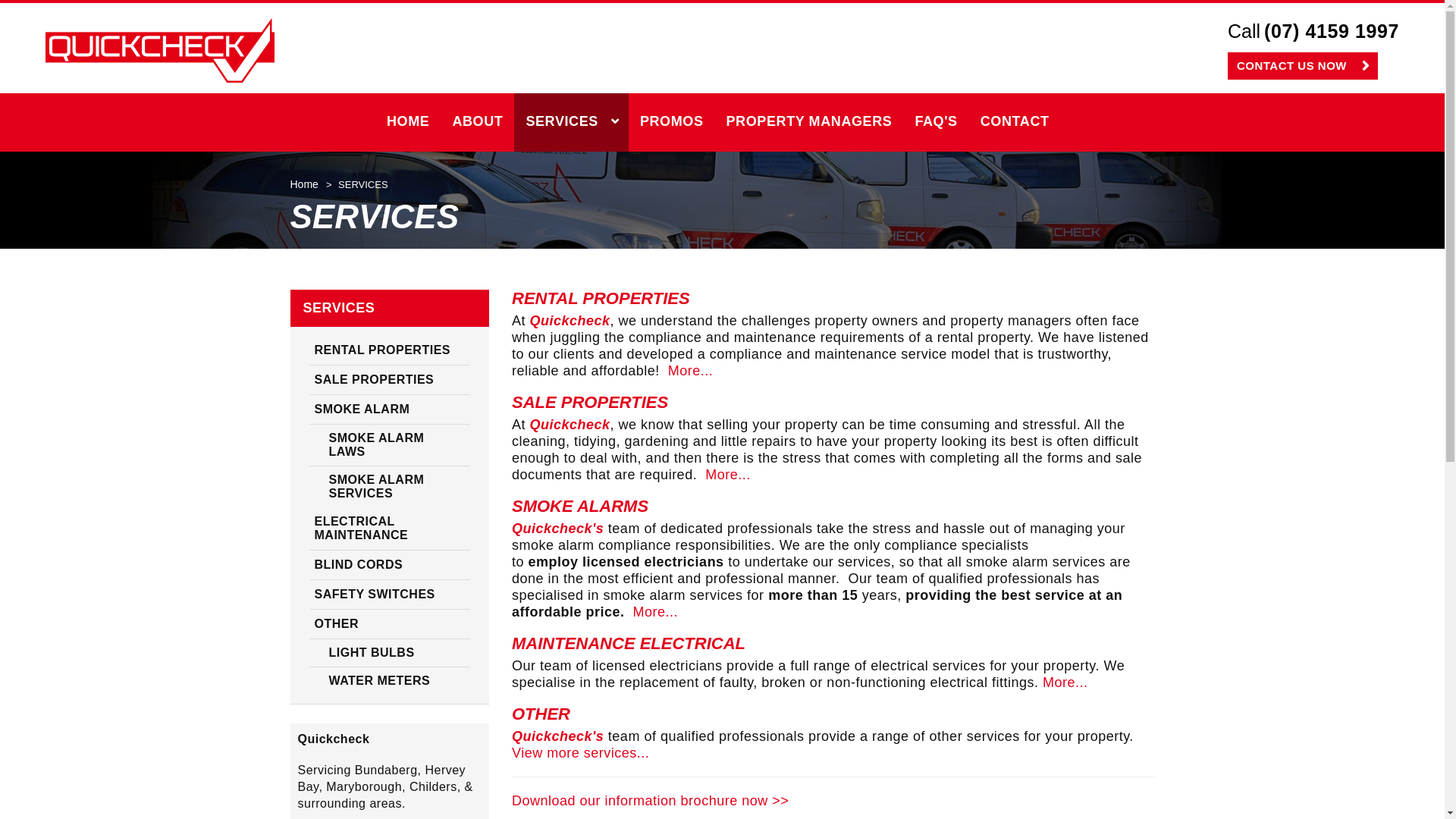 Image resolution: width=1456 pixels, height=819 pixels. Describe the element at coordinates (902, 121) in the screenshot. I see `'FAQ'S'` at that location.